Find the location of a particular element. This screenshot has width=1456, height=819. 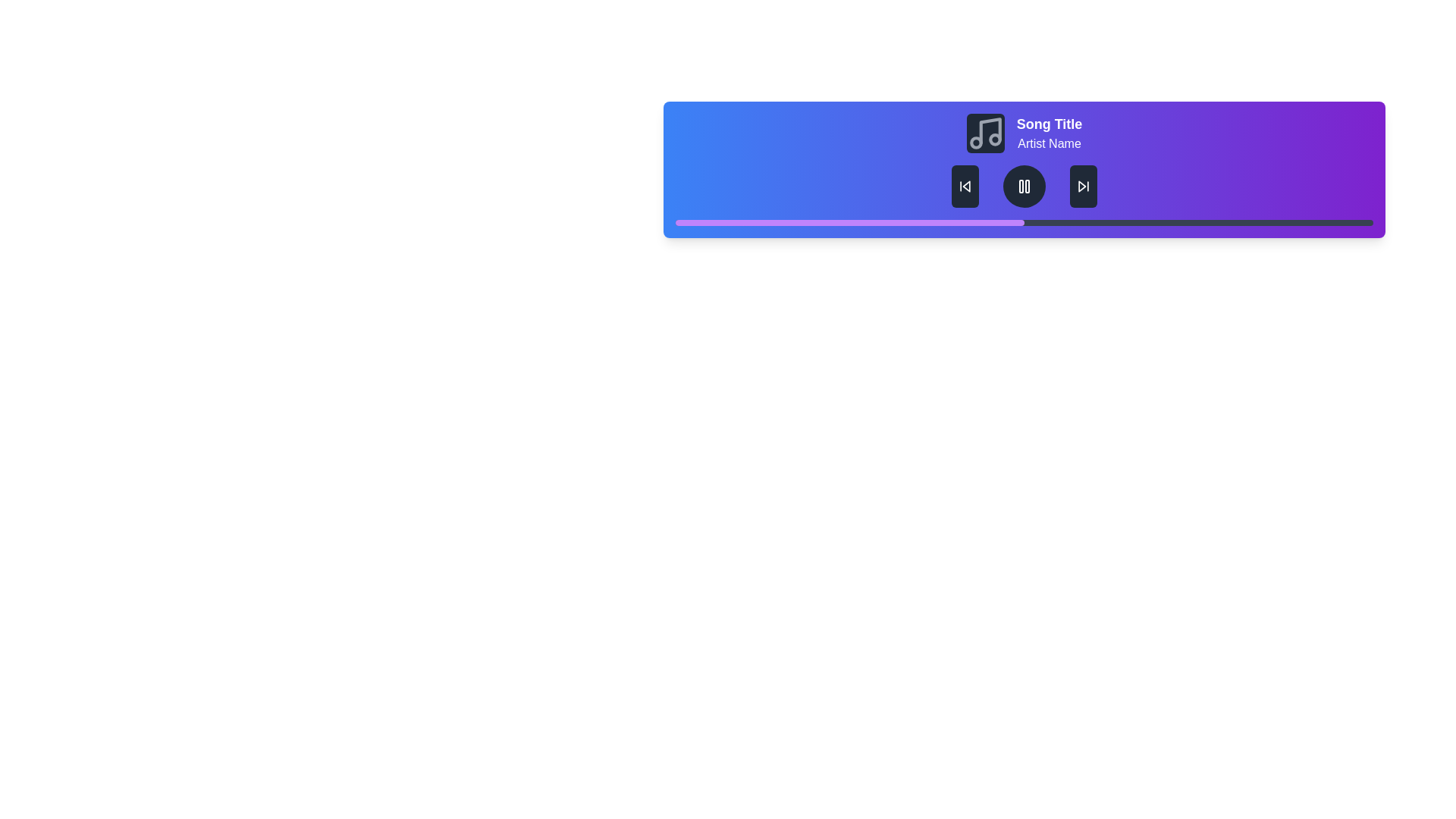

the Decorative Circle element within the SVG graphic that is part of a music-related icon, positioned to the right of two other circles is located at coordinates (995, 140).